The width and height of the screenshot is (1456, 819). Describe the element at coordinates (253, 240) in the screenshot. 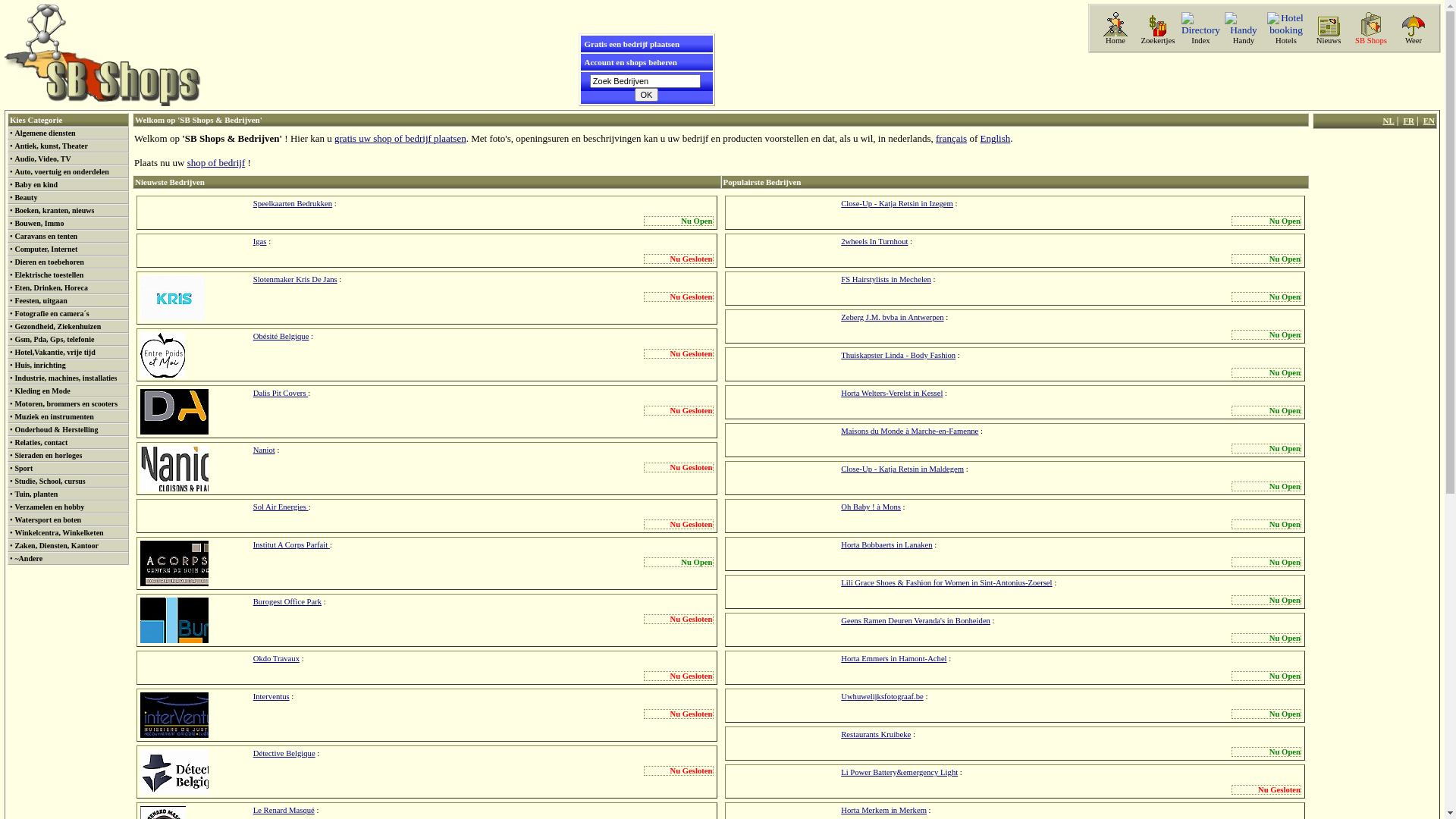

I see `'Igas'` at that location.